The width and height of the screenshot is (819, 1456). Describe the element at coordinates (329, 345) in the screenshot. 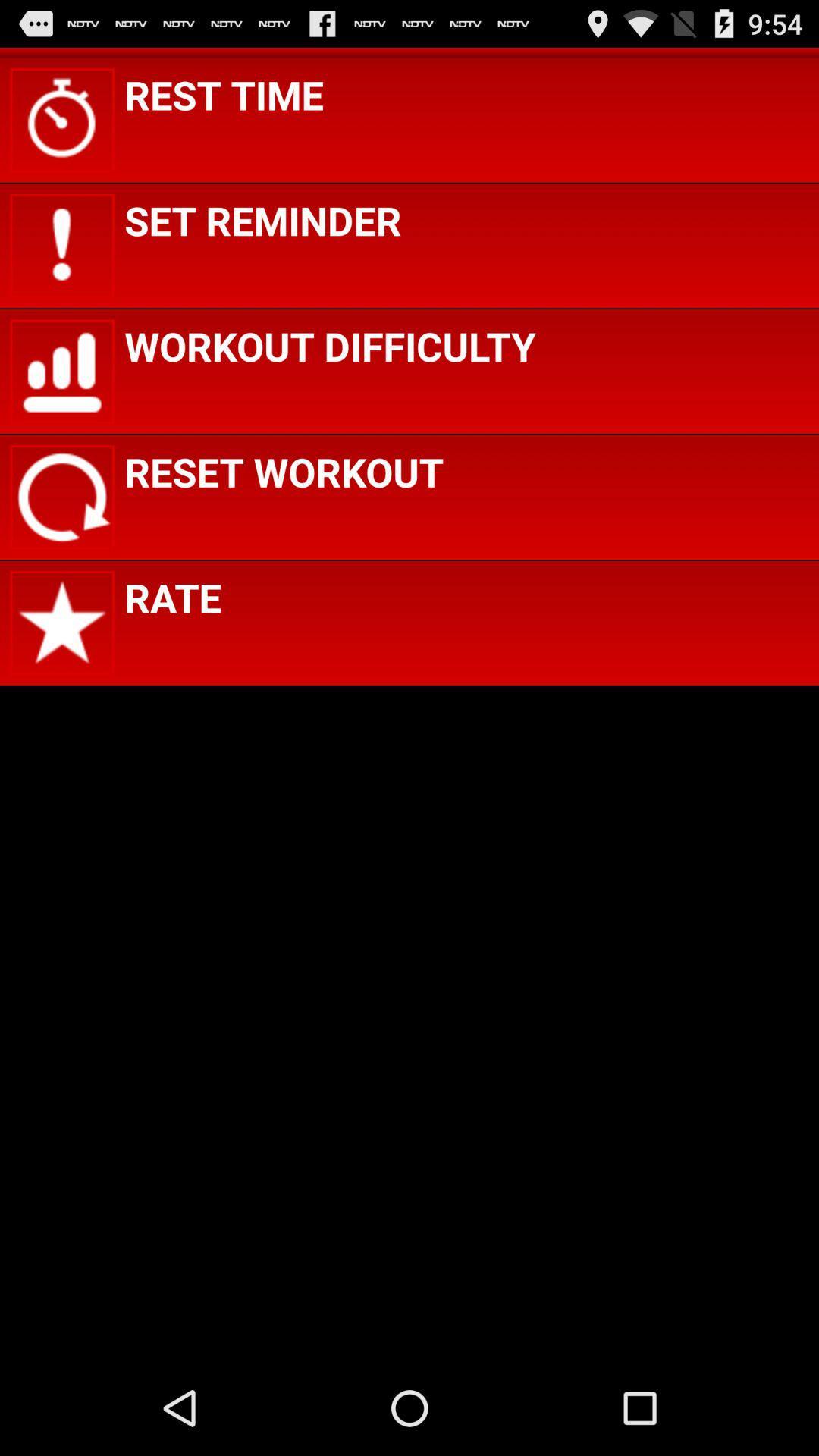

I see `icon above reset workout` at that location.